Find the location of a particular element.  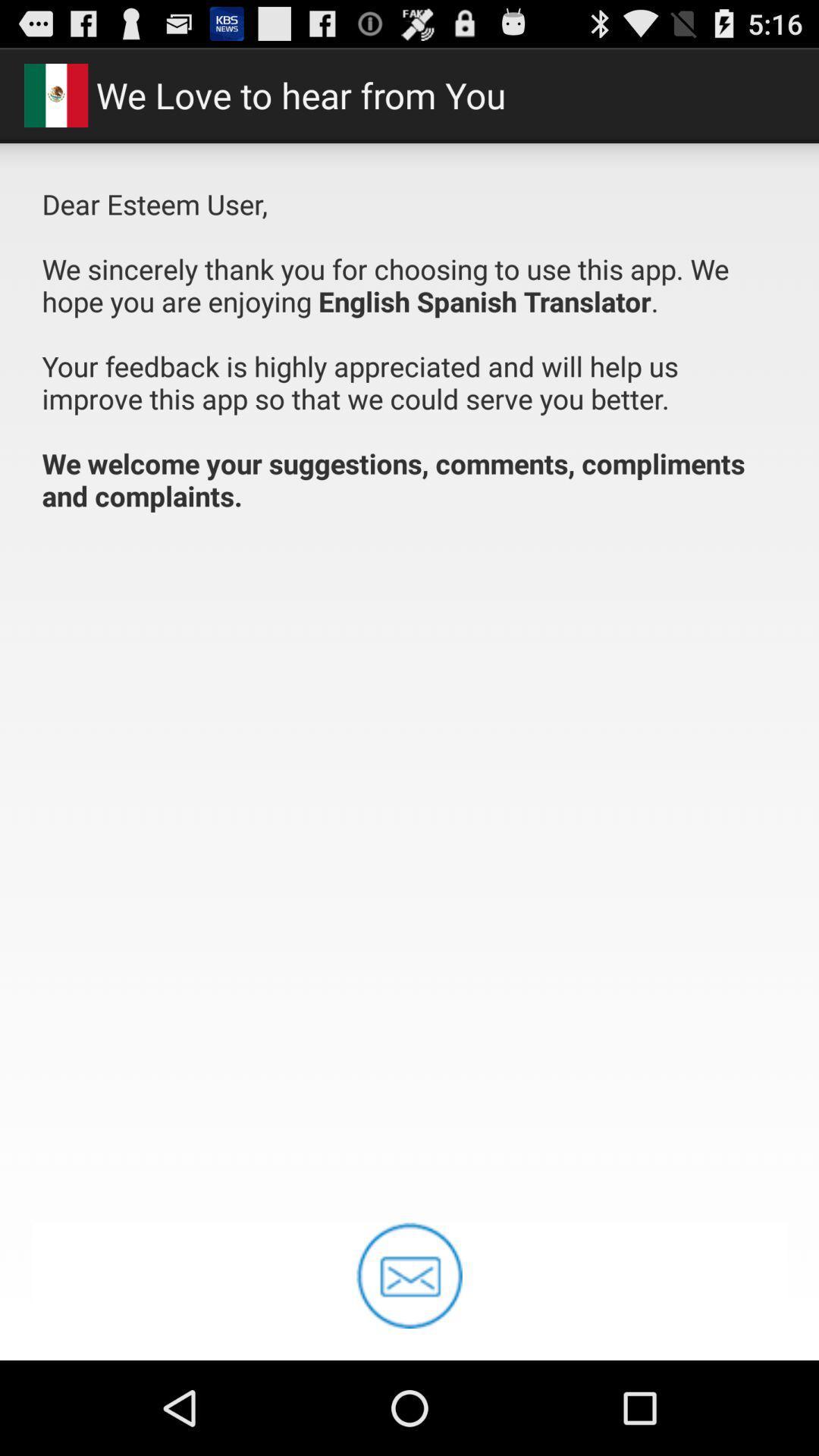

post the comments option is located at coordinates (409, 1275).